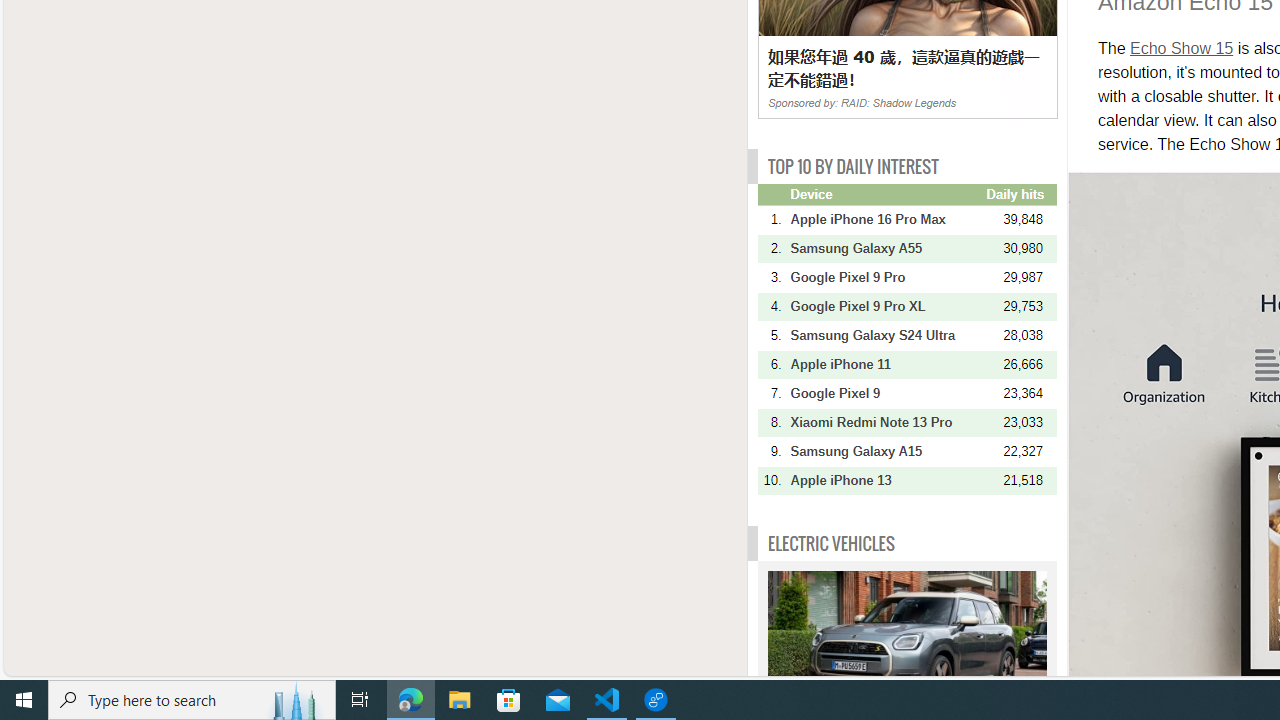 Image resolution: width=1280 pixels, height=720 pixels. I want to click on 'Google Pixel 9', so click(885, 393).